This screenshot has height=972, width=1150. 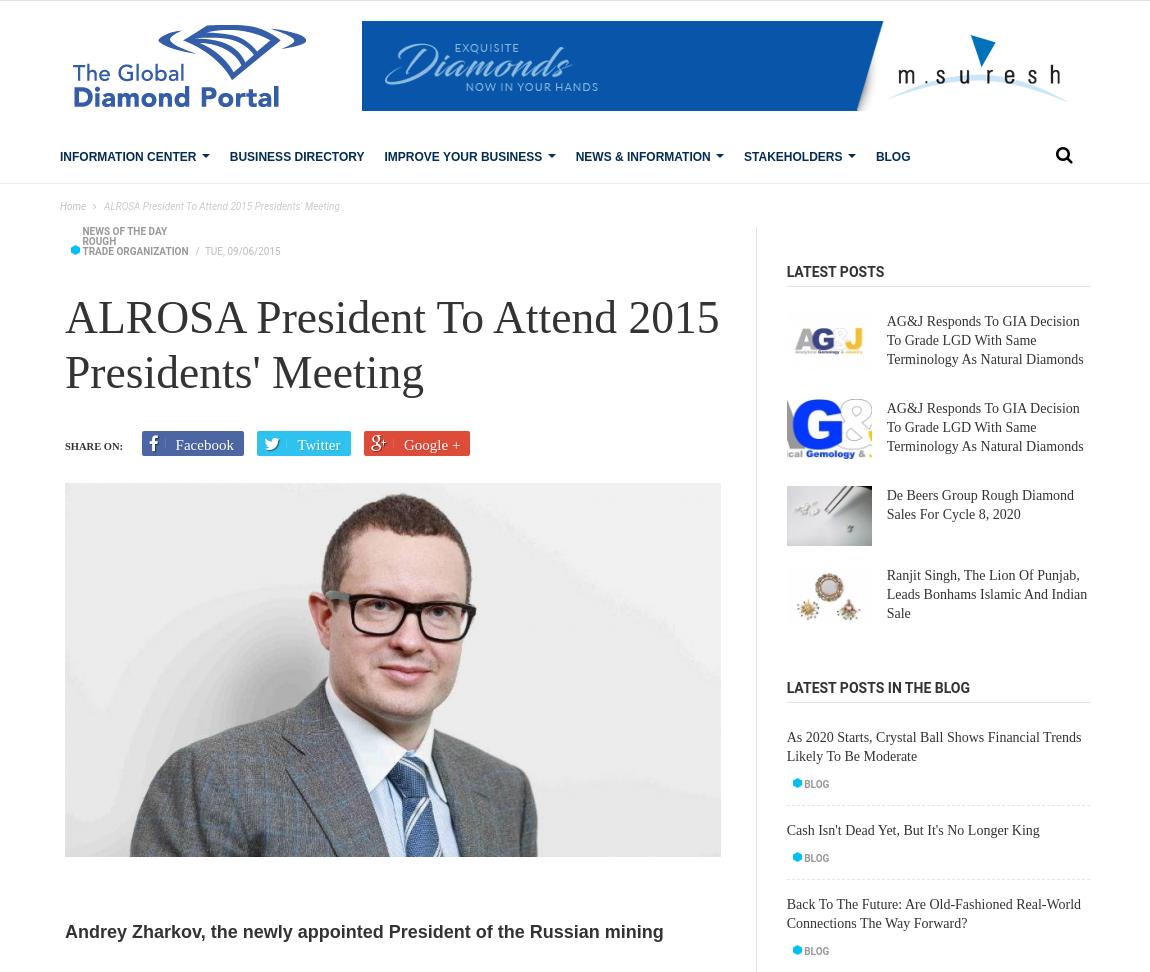 I want to click on 'As 2020 starts, crystal ball shows financial trends likely to be moderate', so click(x=933, y=746).